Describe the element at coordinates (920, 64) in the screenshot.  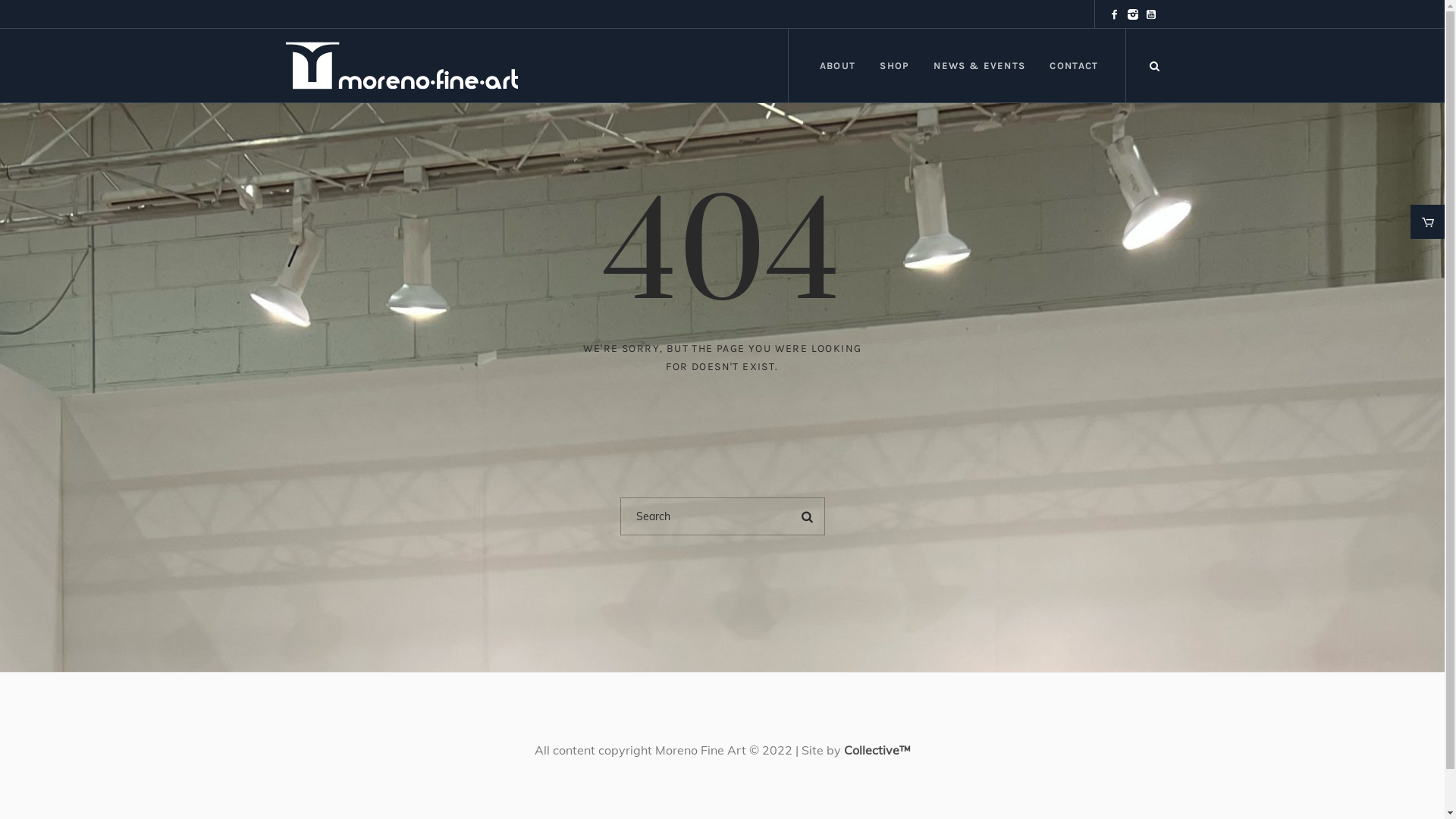
I see `'NEWS & EVENTS'` at that location.